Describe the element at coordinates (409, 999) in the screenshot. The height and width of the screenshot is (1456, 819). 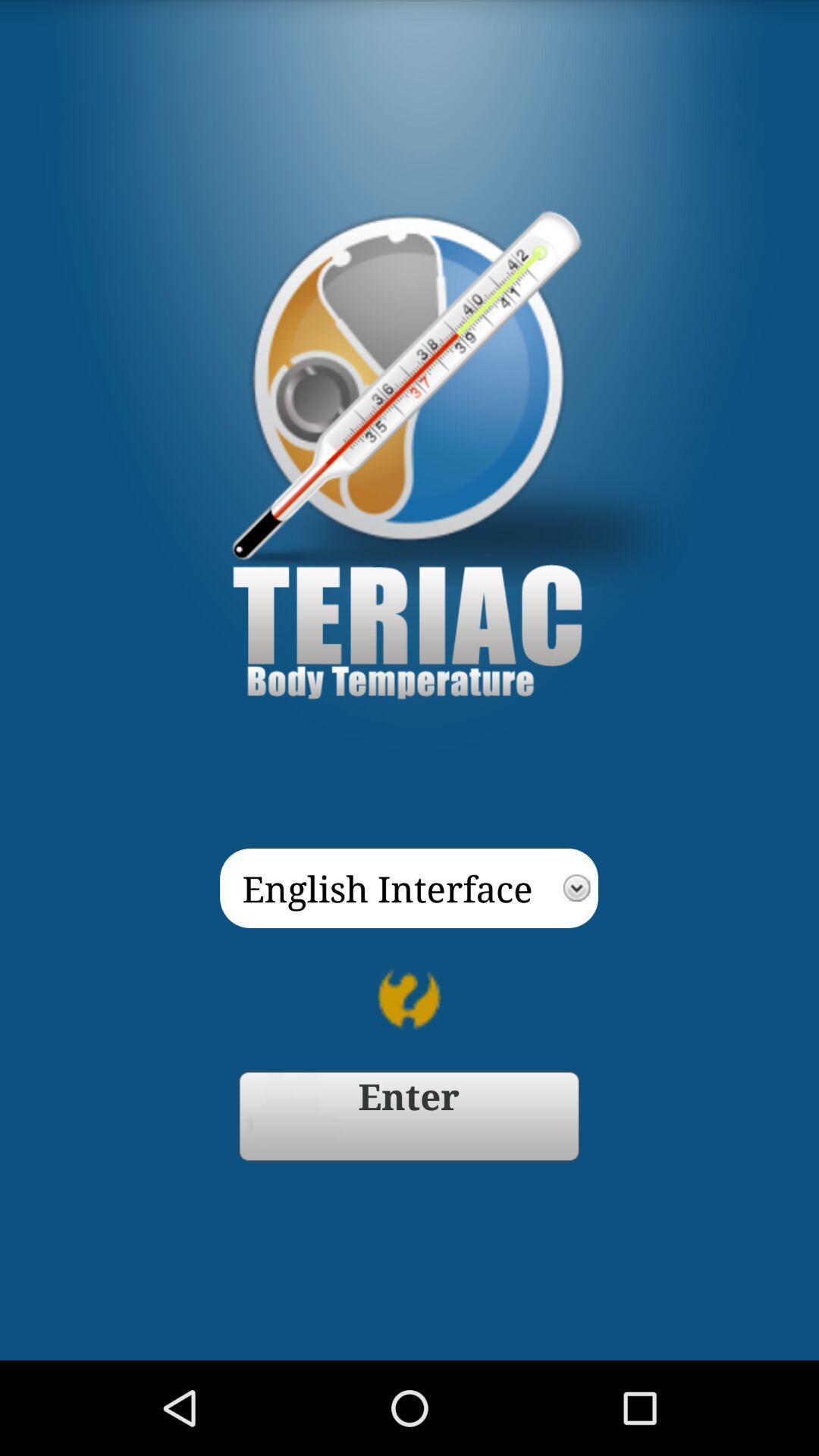
I see `open question` at that location.